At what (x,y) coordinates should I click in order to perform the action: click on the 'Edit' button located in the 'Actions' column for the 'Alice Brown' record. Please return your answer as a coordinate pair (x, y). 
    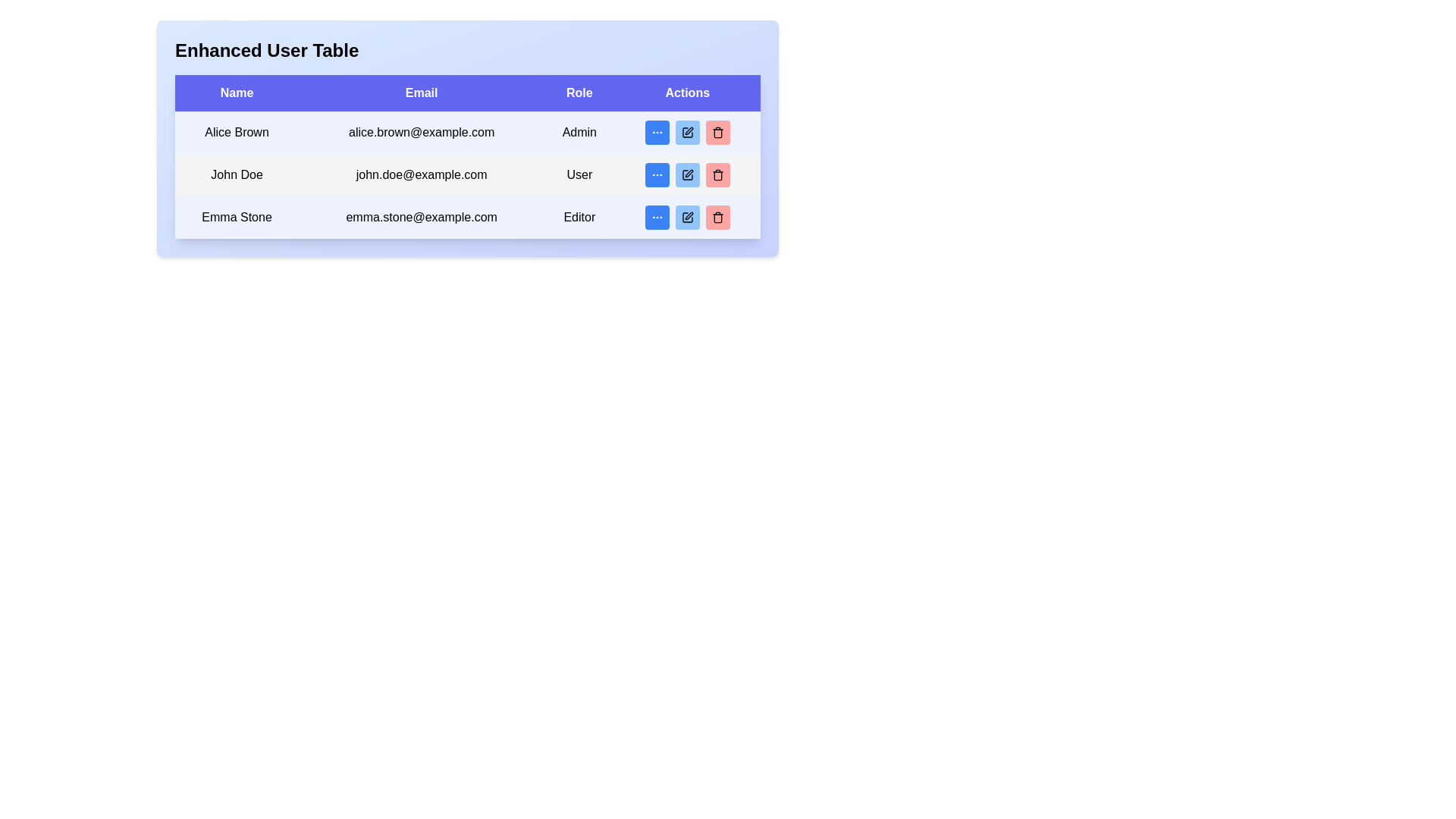
    Looking at the image, I should click on (686, 131).